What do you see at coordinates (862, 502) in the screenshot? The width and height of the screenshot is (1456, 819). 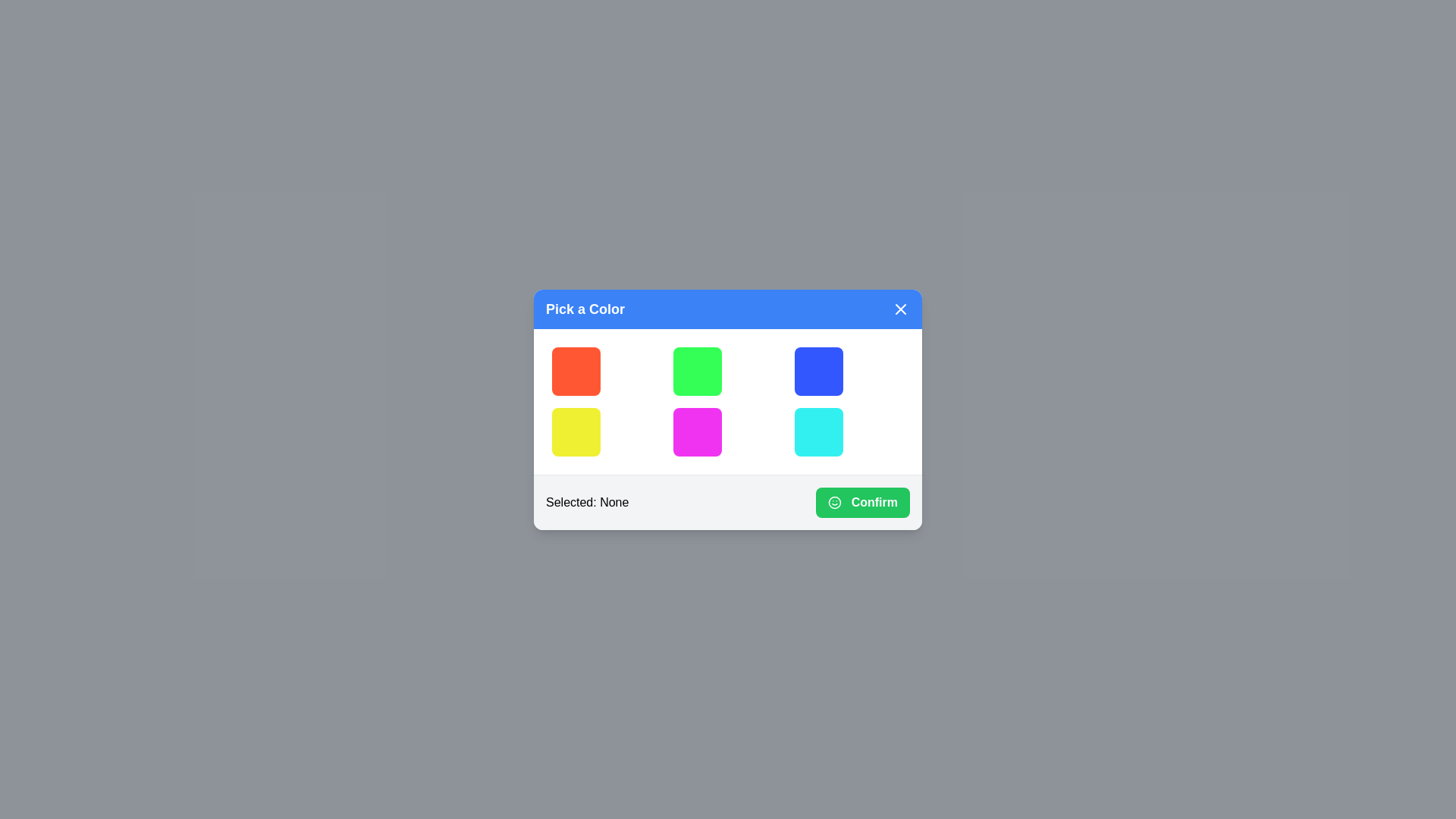 I see `Confirm button to confirm the selected color` at bounding box center [862, 502].